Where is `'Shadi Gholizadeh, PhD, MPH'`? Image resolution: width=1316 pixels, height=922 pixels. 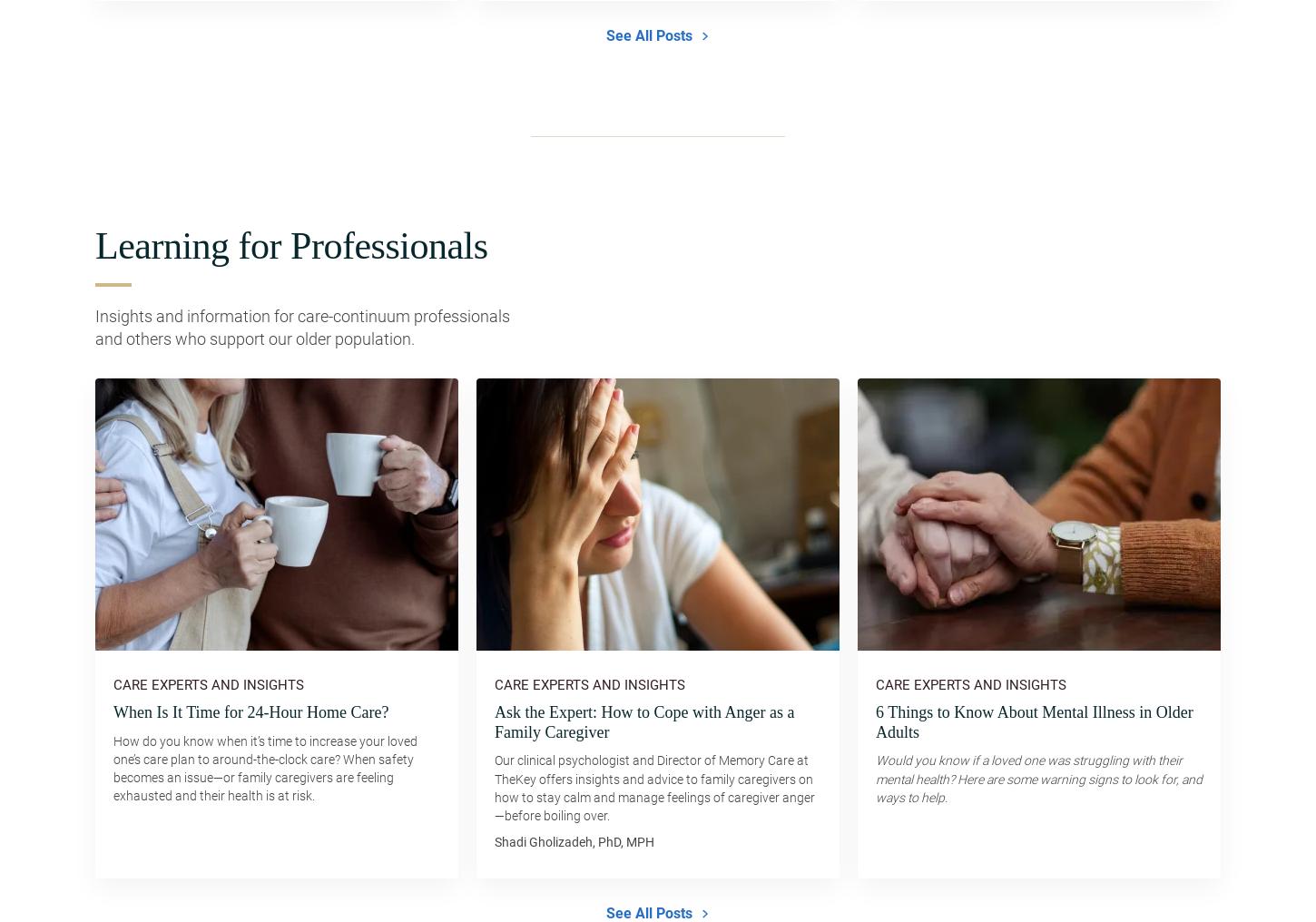
'Shadi Gholizadeh, PhD, MPH' is located at coordinates (495, 839).